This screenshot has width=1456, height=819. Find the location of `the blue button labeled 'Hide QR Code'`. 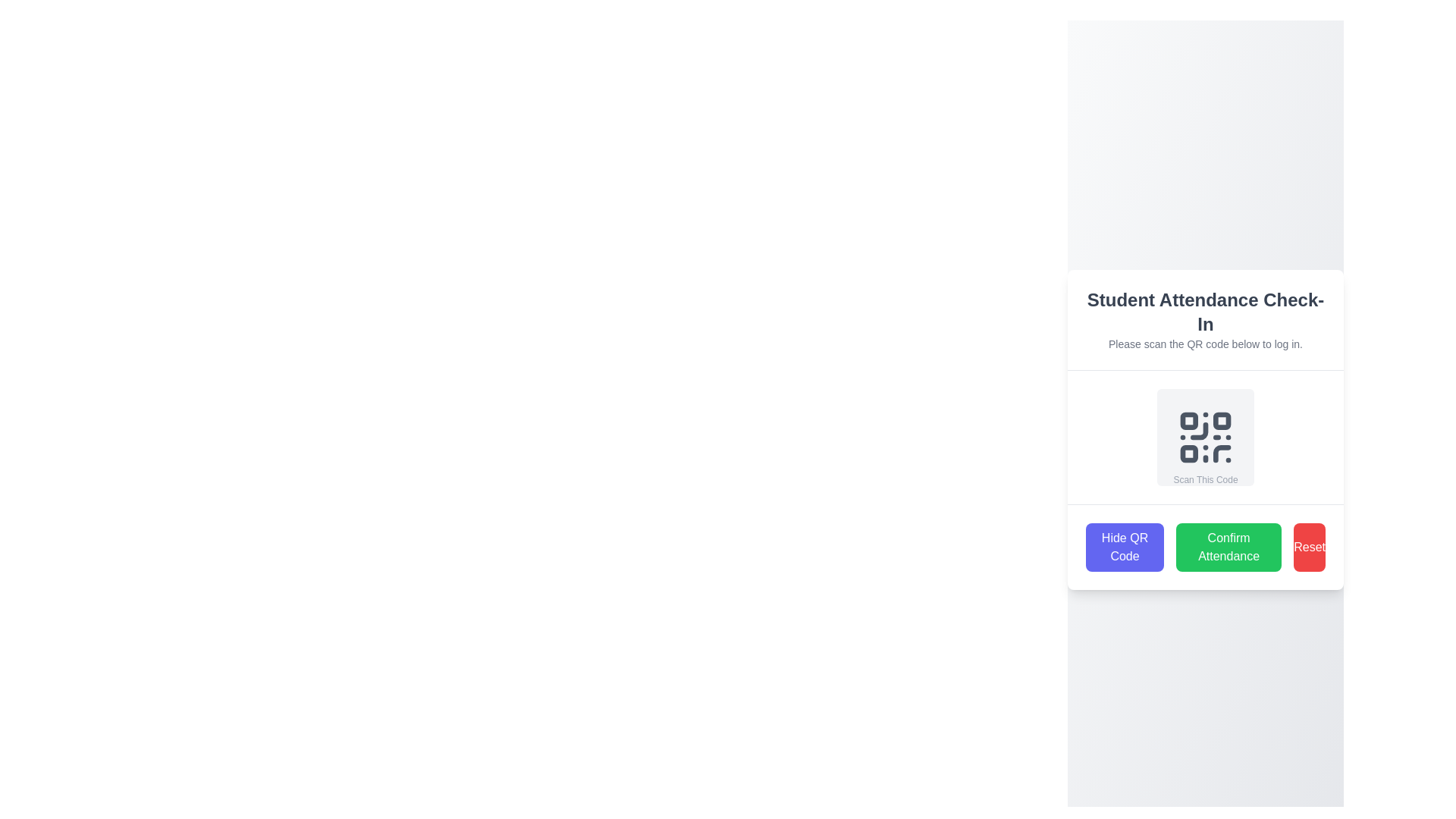

the blue button labeled 'Hide QR Code' is located at coordinates (1125, 547).